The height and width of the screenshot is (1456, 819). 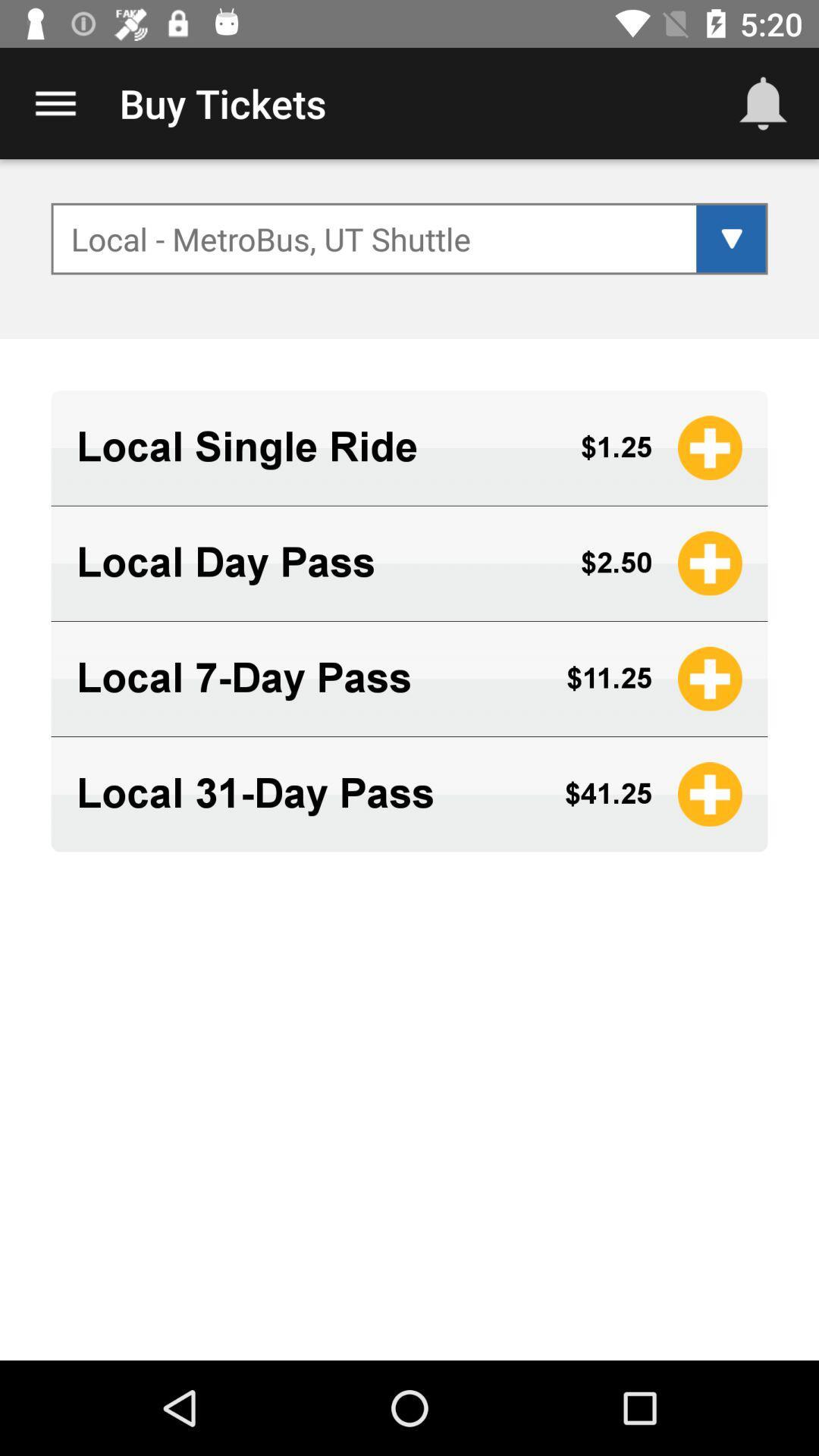 I want to click on item above the local day pass icon, so click(x=315, y=447).